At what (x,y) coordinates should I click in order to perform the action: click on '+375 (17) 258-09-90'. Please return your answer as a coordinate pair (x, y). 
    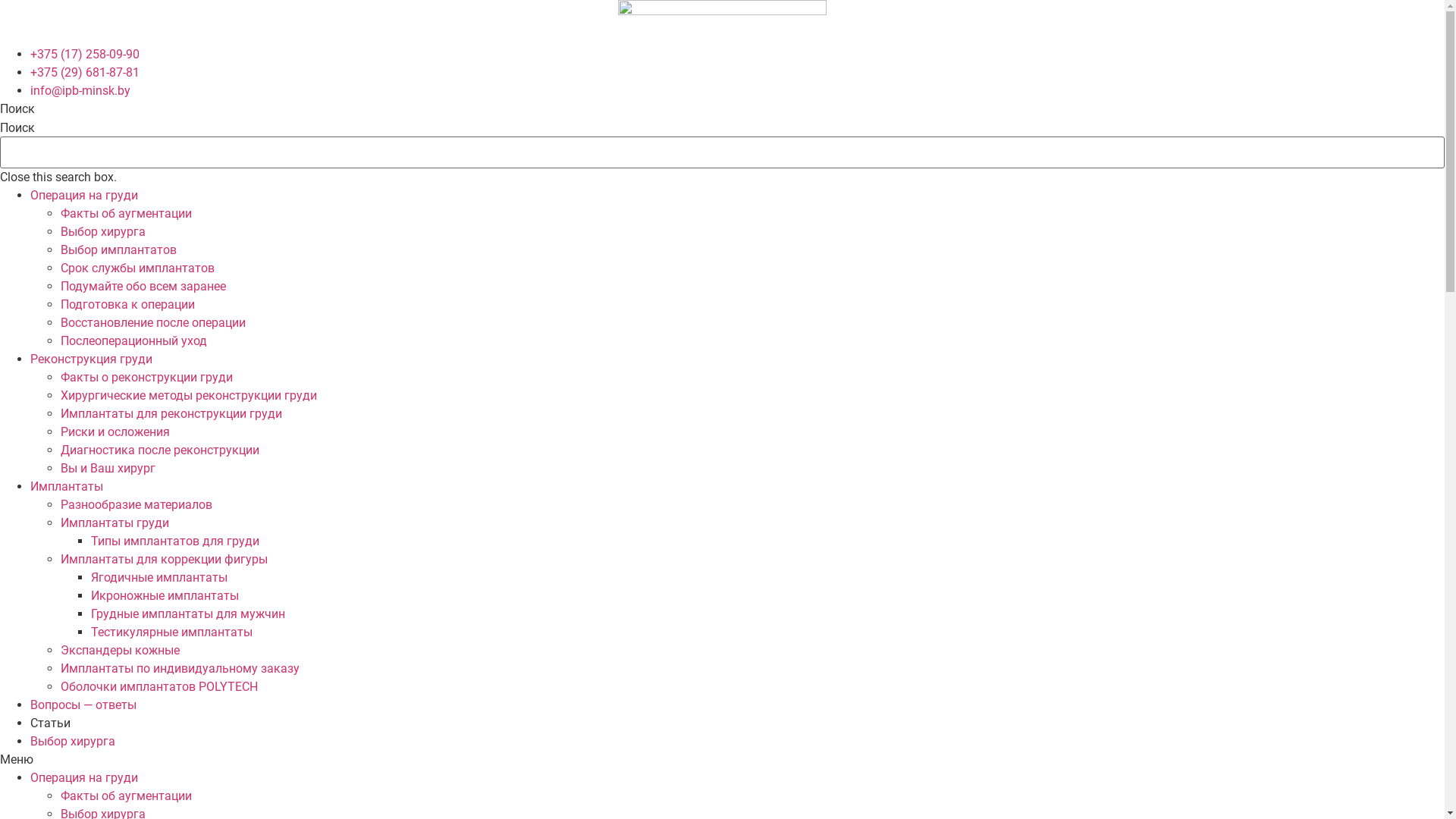
    Looking at the image, I should click on (83, 53).